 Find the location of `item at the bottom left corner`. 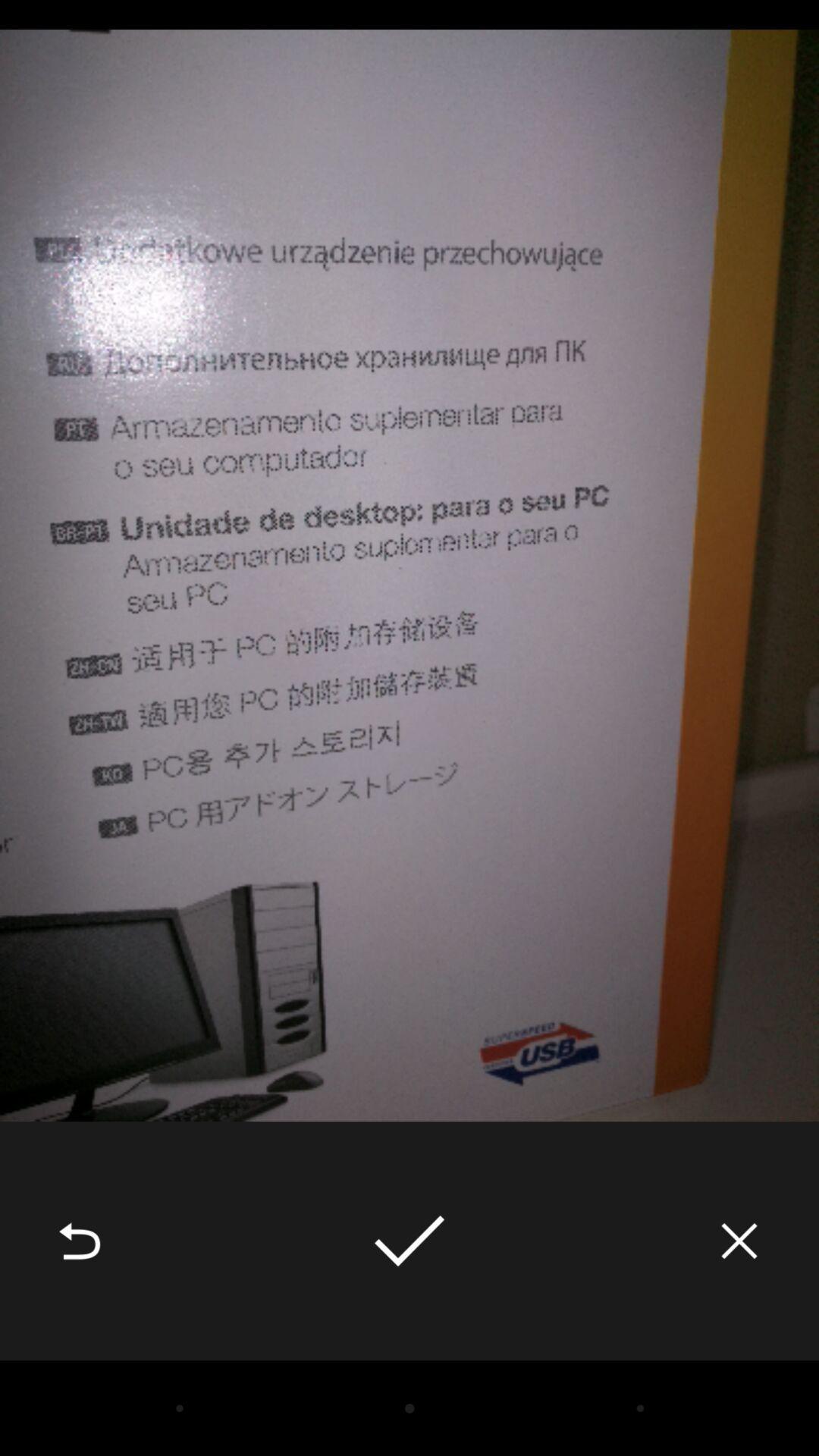

item at the bottom left corner is located at coordinates (79, 1241).